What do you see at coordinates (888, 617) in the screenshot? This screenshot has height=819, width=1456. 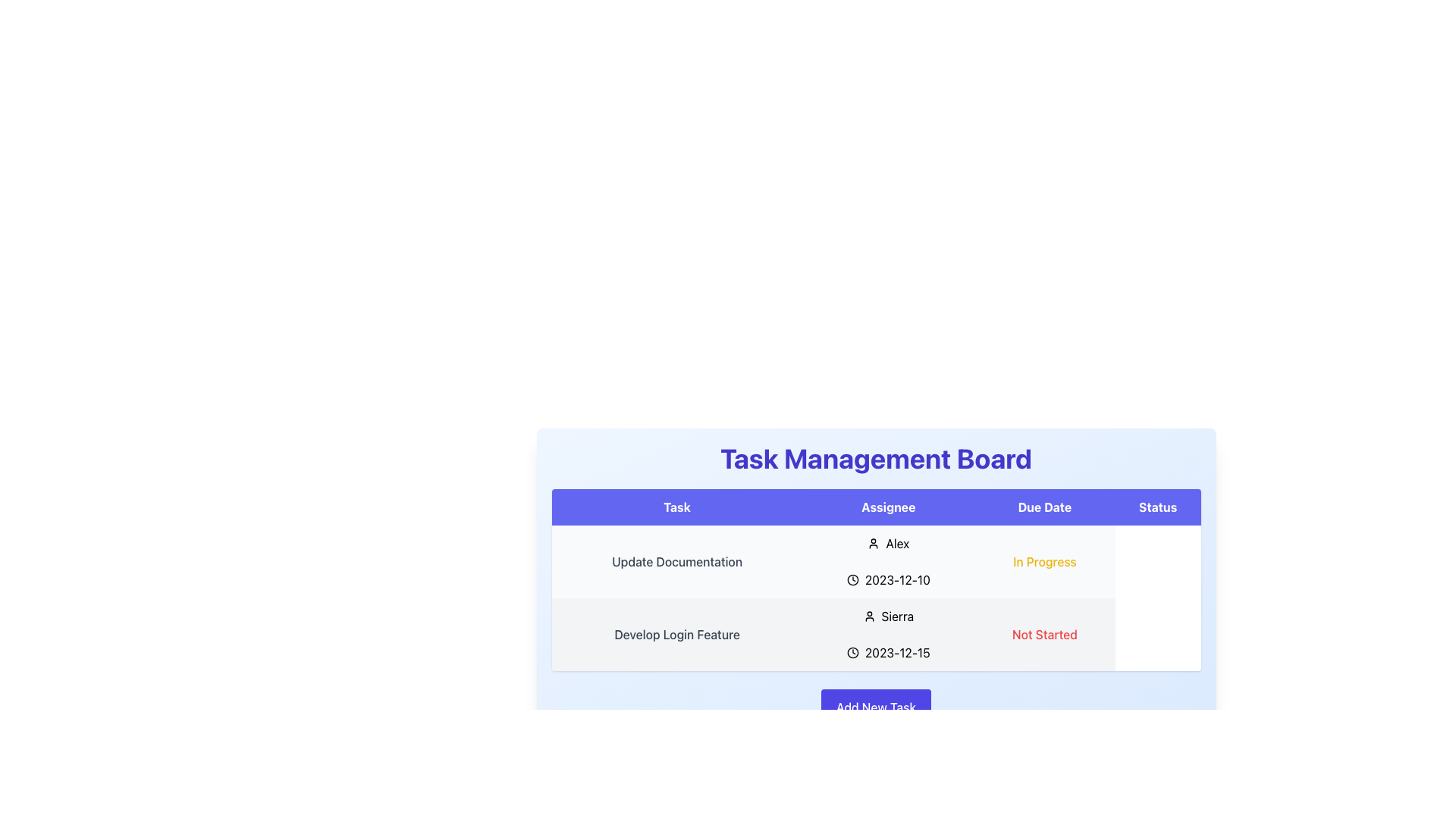 I see `the text with accompanying icon that indicates the assignee of the task 'Develop Login Feature', located in the second row of the task management table in the 'Assignee' column` at bounding box center [888, 617].